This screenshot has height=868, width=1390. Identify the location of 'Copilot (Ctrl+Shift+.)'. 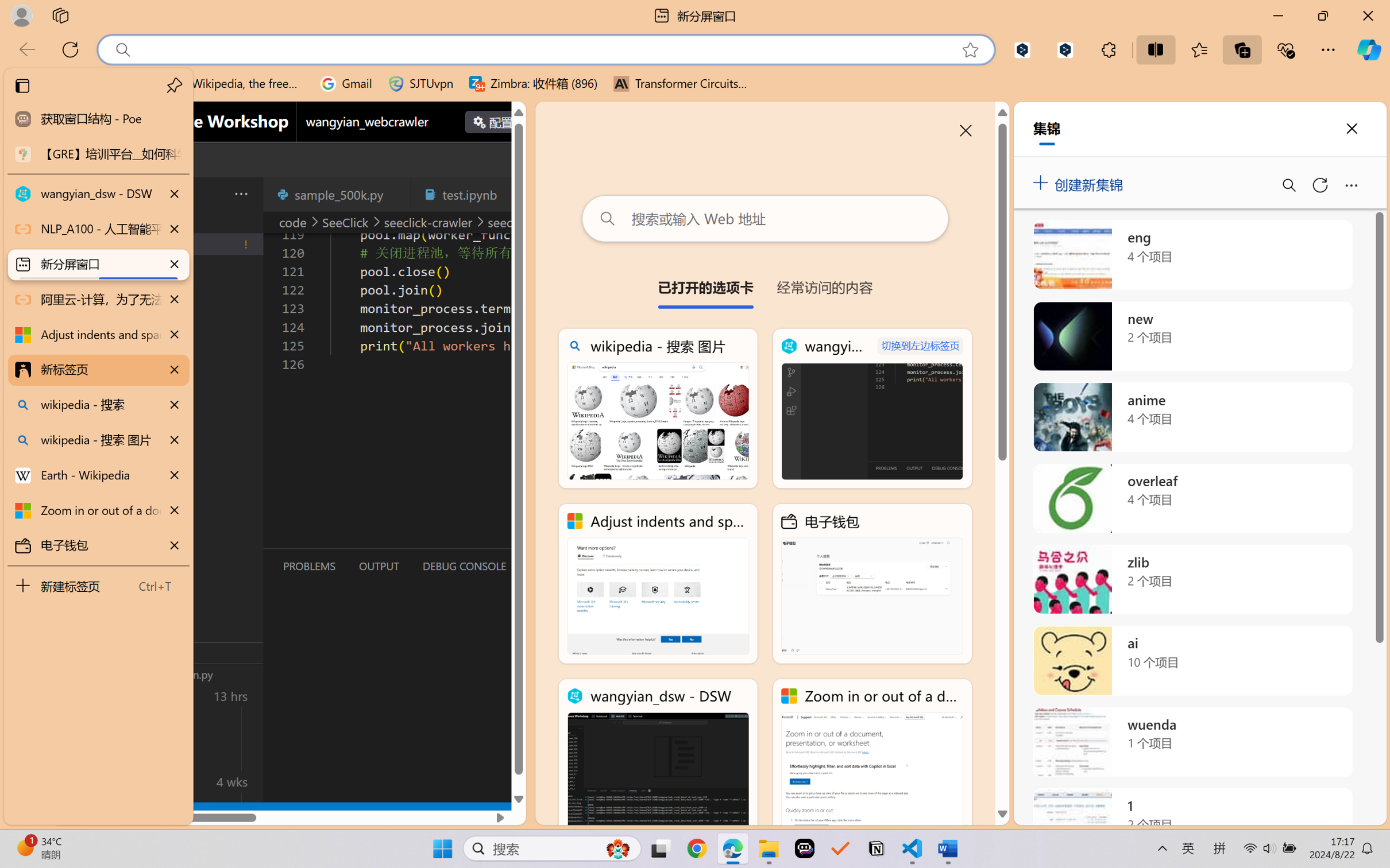
(1369, 49).